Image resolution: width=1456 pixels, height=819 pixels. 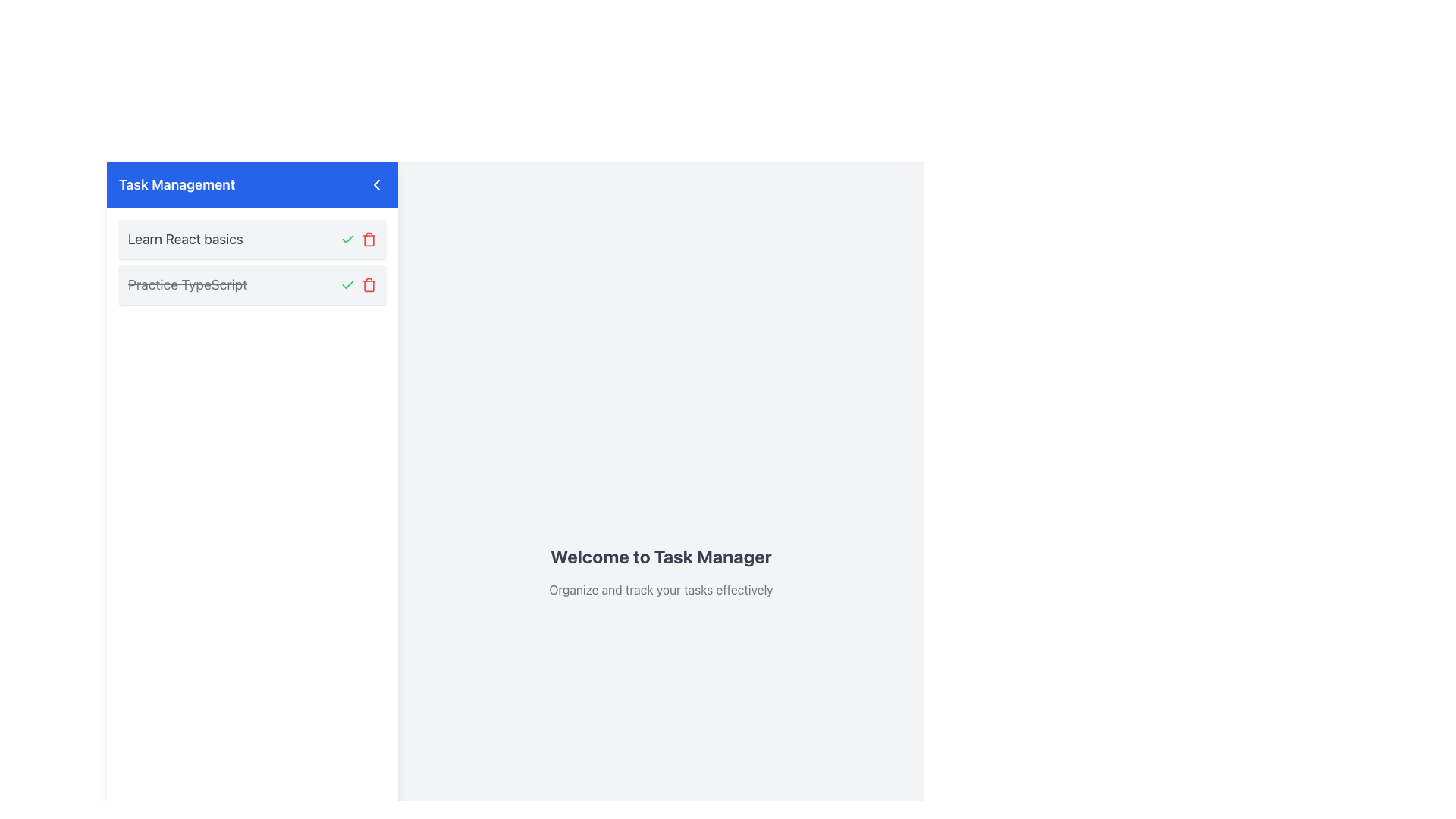 I want to click on the completion icon indicating that the task 'Learn React basics' has been completed, located to the right of the task label in the top list item of the task pane, so click(x=347, y=284).